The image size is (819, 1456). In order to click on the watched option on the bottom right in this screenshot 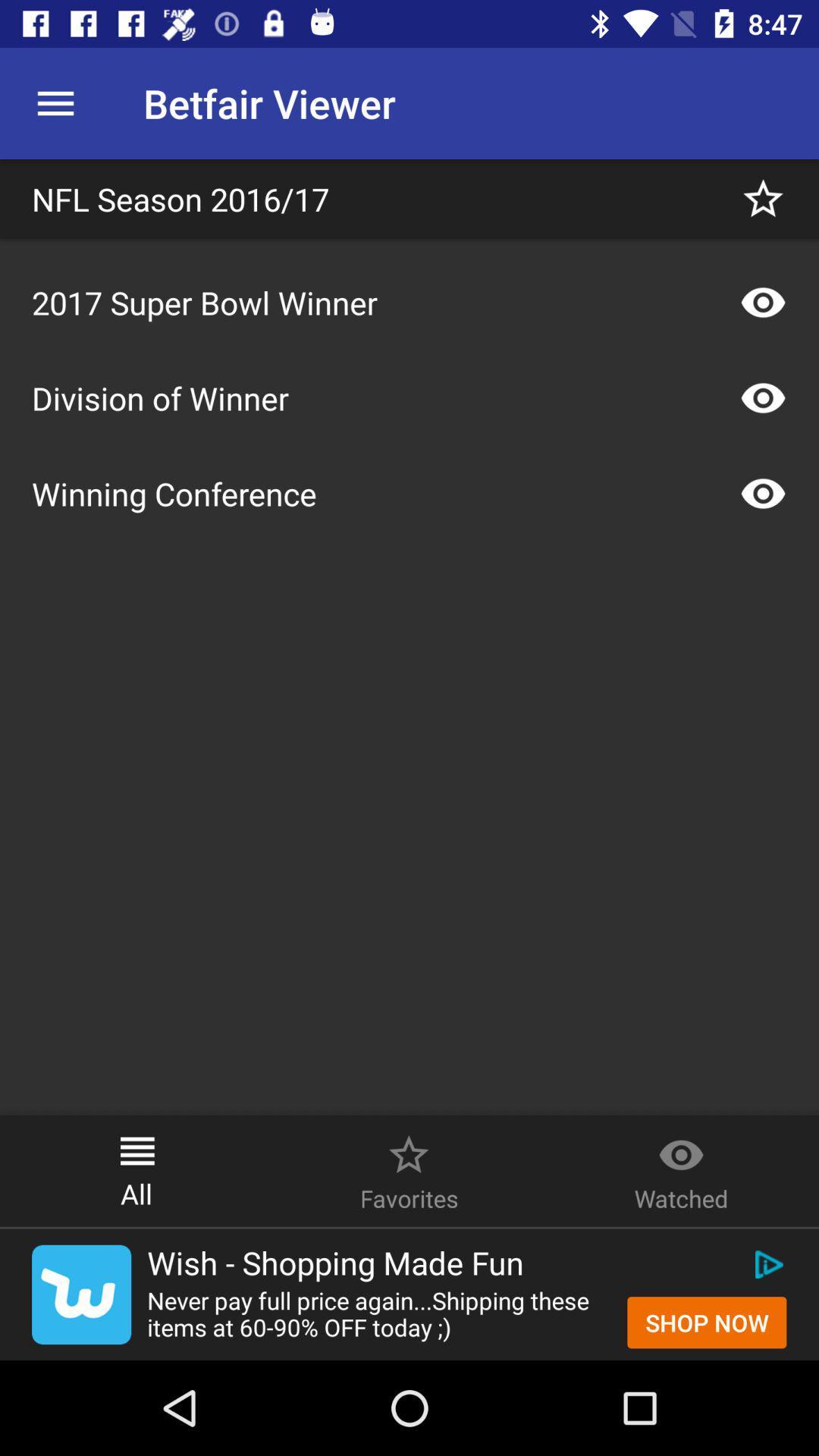, I will do `click(680, 1147)`.